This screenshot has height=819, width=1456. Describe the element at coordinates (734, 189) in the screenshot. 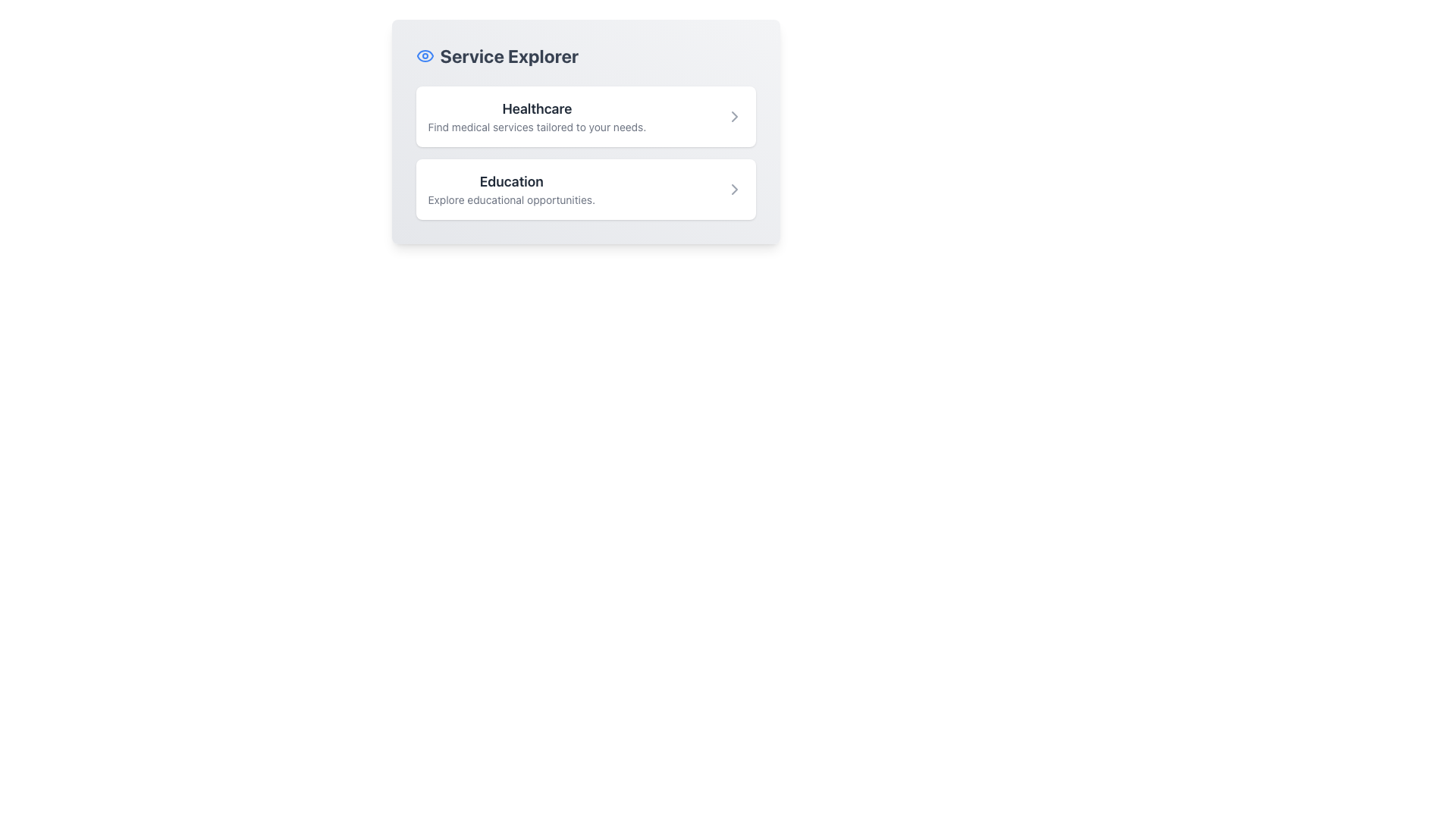

I see `the small, right-pointing chevron arrow icon with a light gray stroke, located at the far right of the 'Education' section box, horizontally aligned with the 'Education' text` at that location.